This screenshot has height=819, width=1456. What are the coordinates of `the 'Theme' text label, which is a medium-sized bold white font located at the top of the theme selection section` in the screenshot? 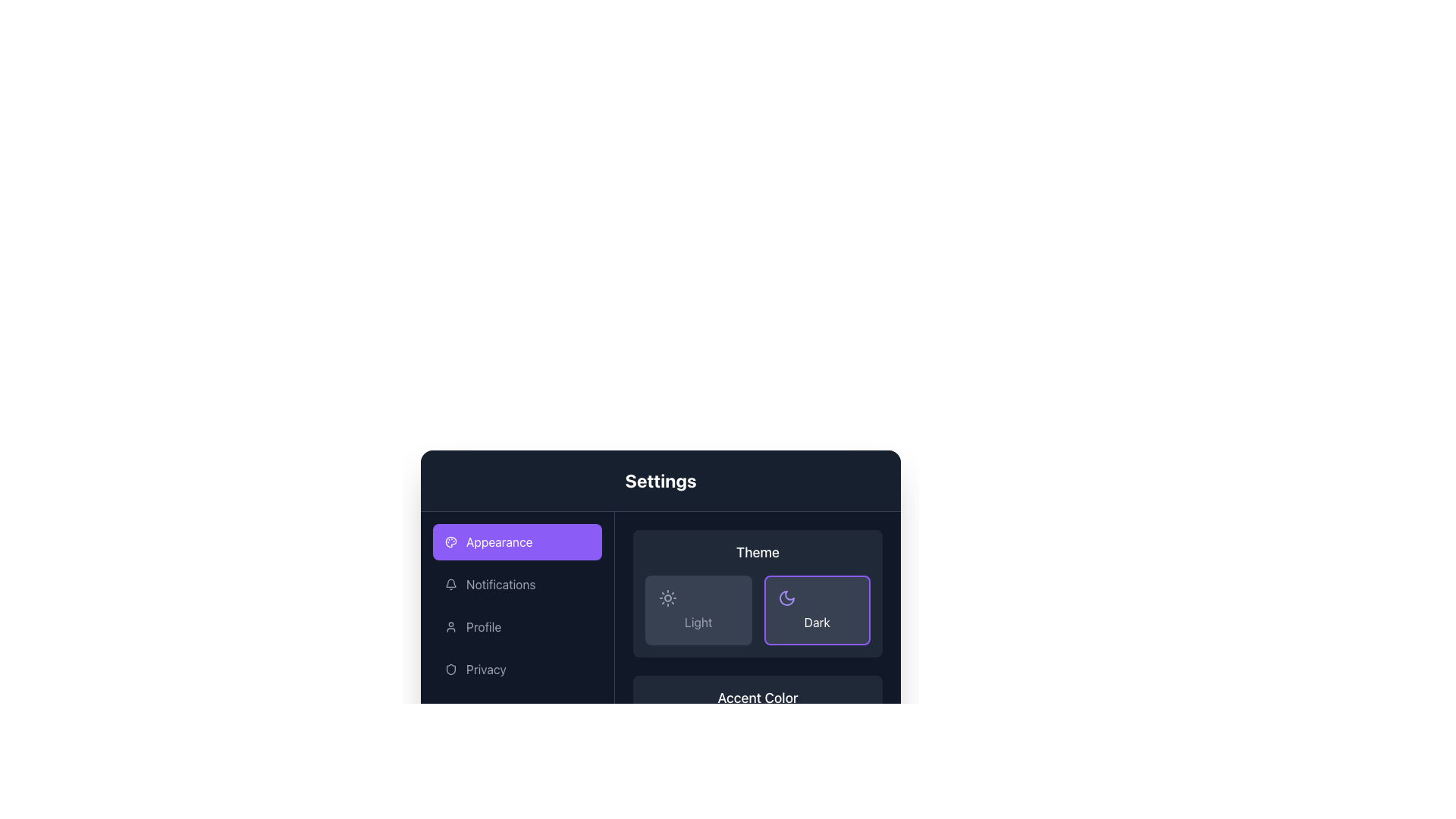 It's located at (758, 553).